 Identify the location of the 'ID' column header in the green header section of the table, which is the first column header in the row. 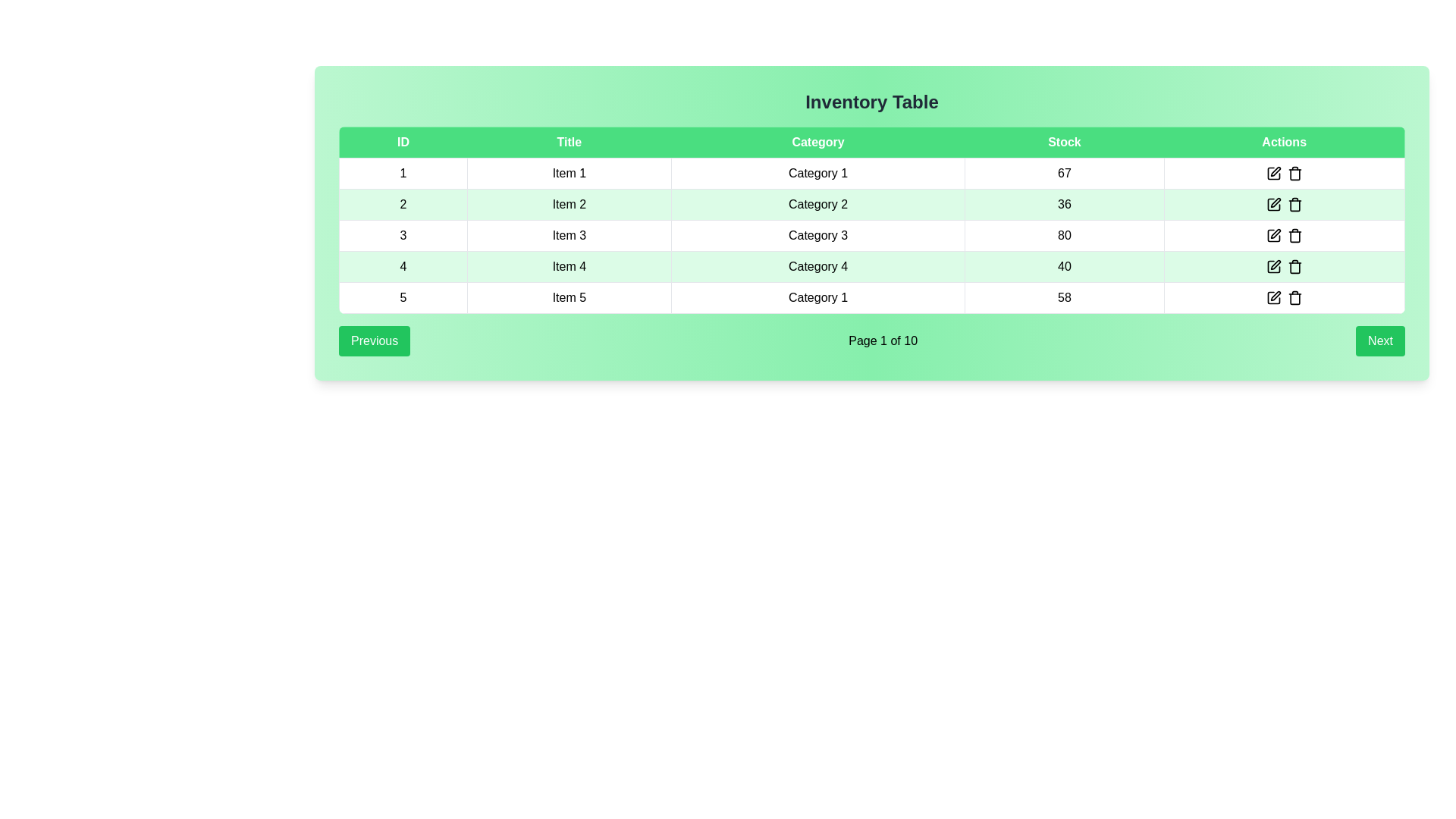
(403, 143).